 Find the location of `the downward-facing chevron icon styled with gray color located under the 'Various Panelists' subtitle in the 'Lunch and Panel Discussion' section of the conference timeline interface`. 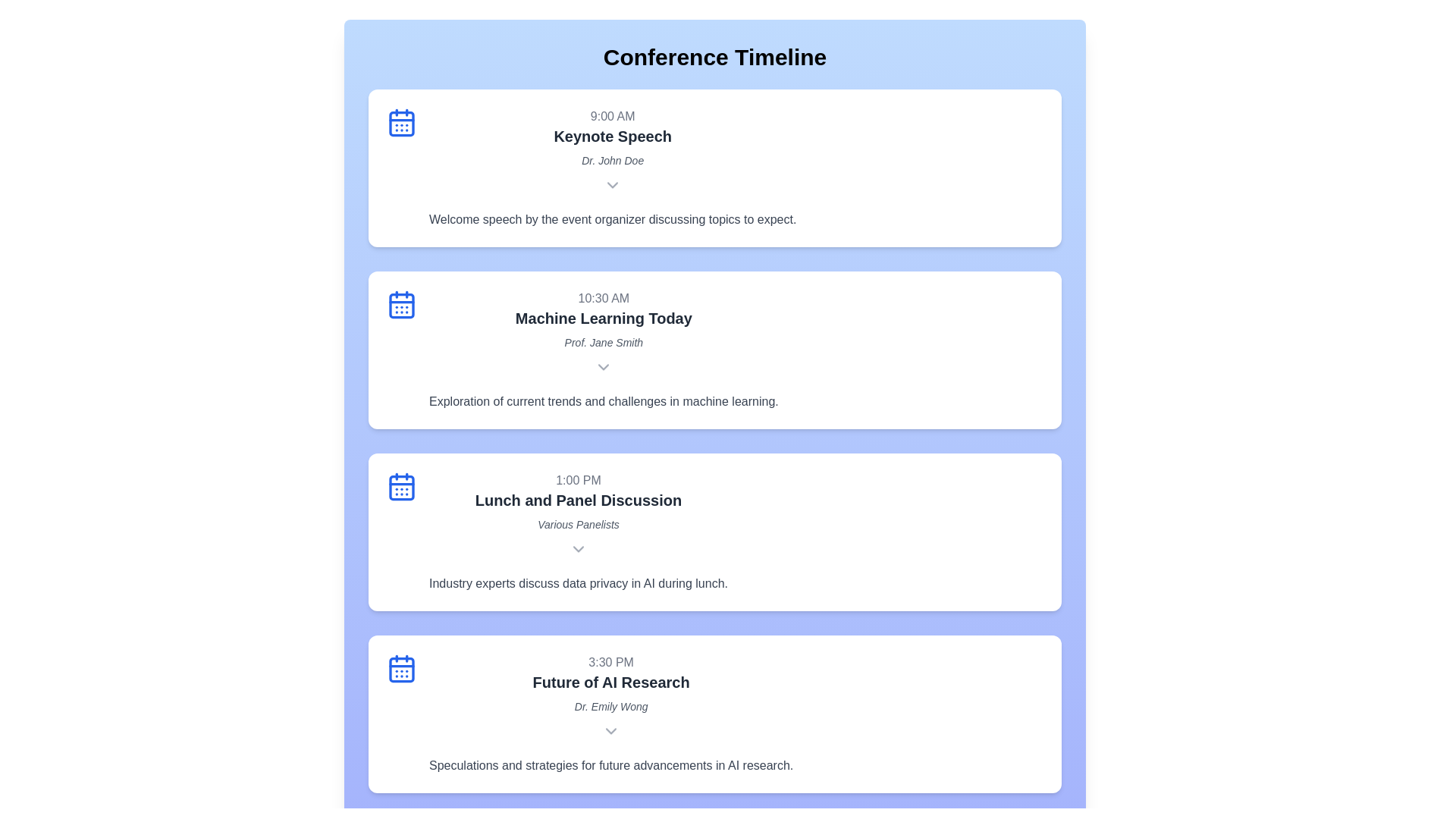

the downward-facing chevron icon styled with gray color located under the 'Various Panelists' subtitle in the 'Lunch and Panel Discussion' section of the conference timeline interface is located at coordinates (578, 551).